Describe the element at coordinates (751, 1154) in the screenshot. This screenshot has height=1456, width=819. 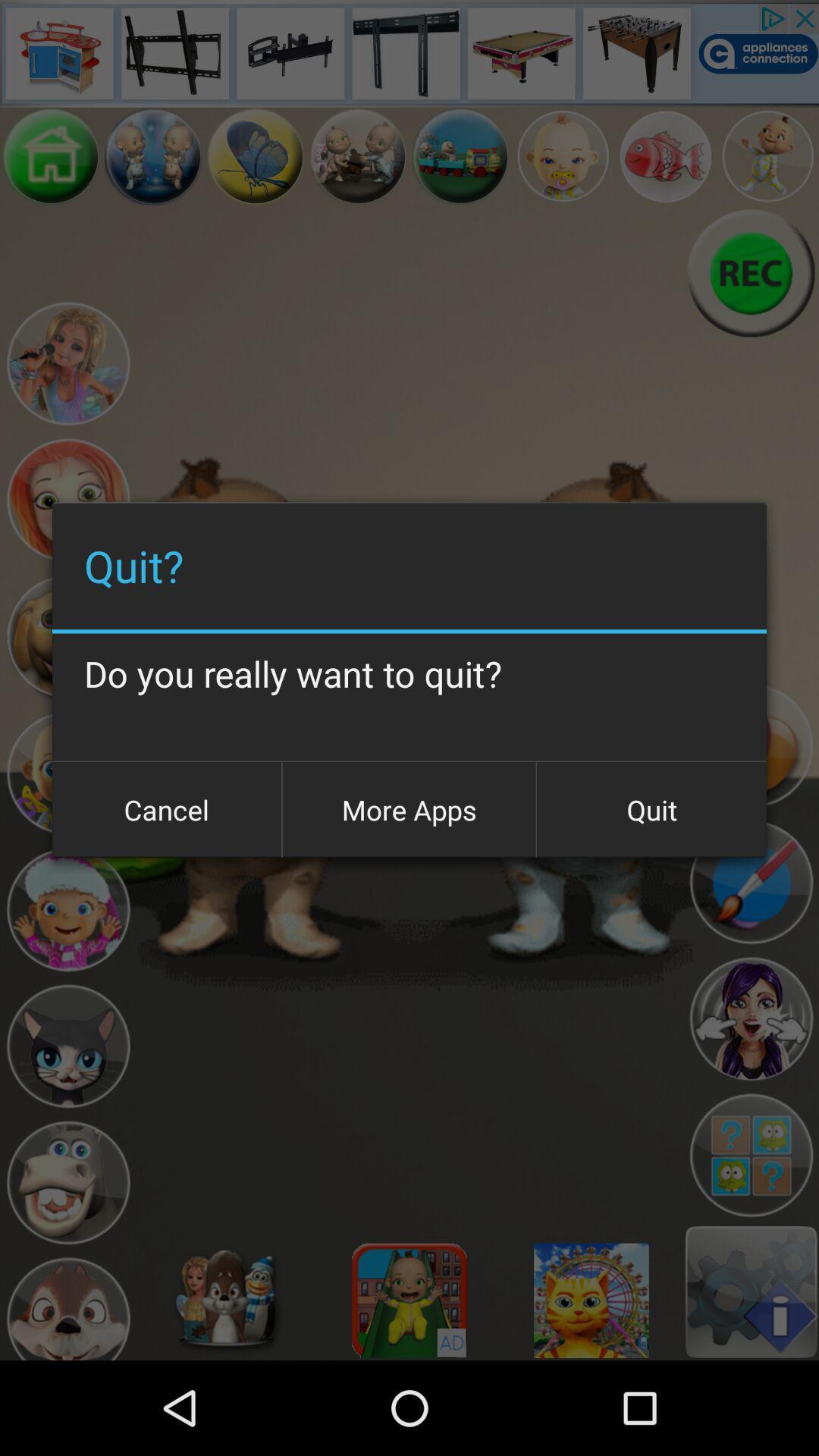
I see `choose the selection` at that location.